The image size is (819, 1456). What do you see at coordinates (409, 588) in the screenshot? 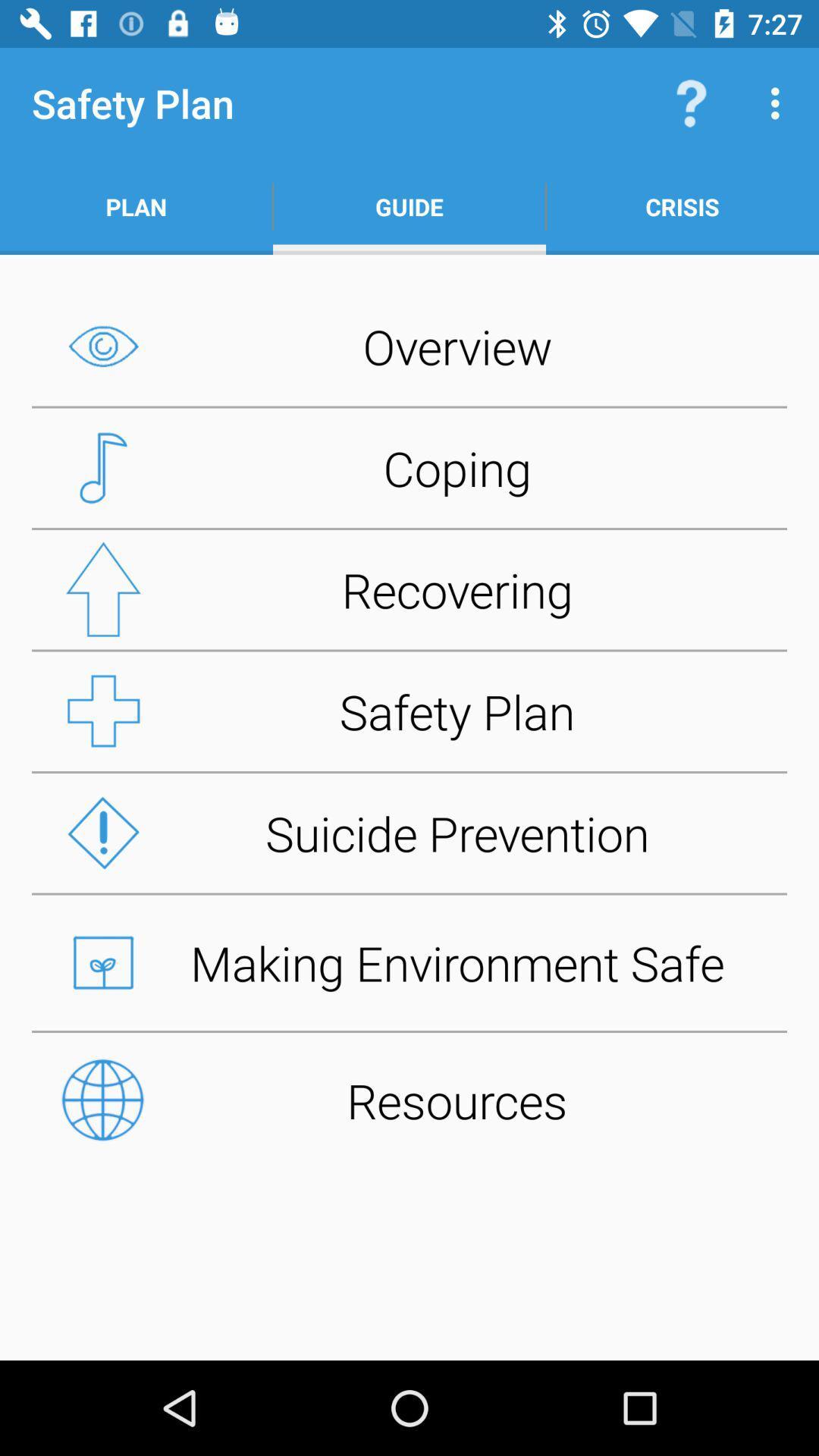
I see `the recovering icon` at bounding box center [409, 588].